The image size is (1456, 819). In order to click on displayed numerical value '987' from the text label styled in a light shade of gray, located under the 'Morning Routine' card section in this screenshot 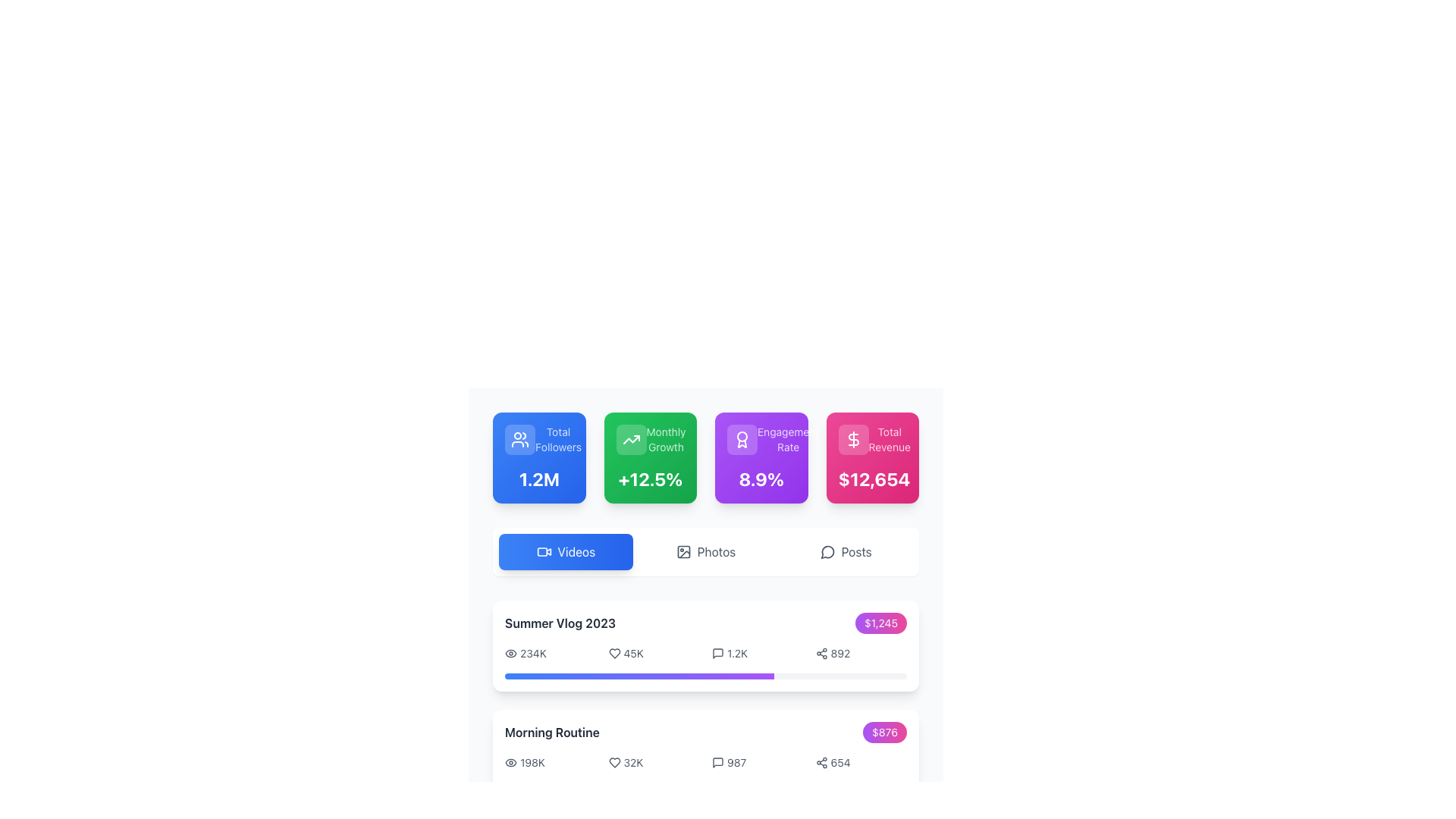, I will do `click(736, 763)`.